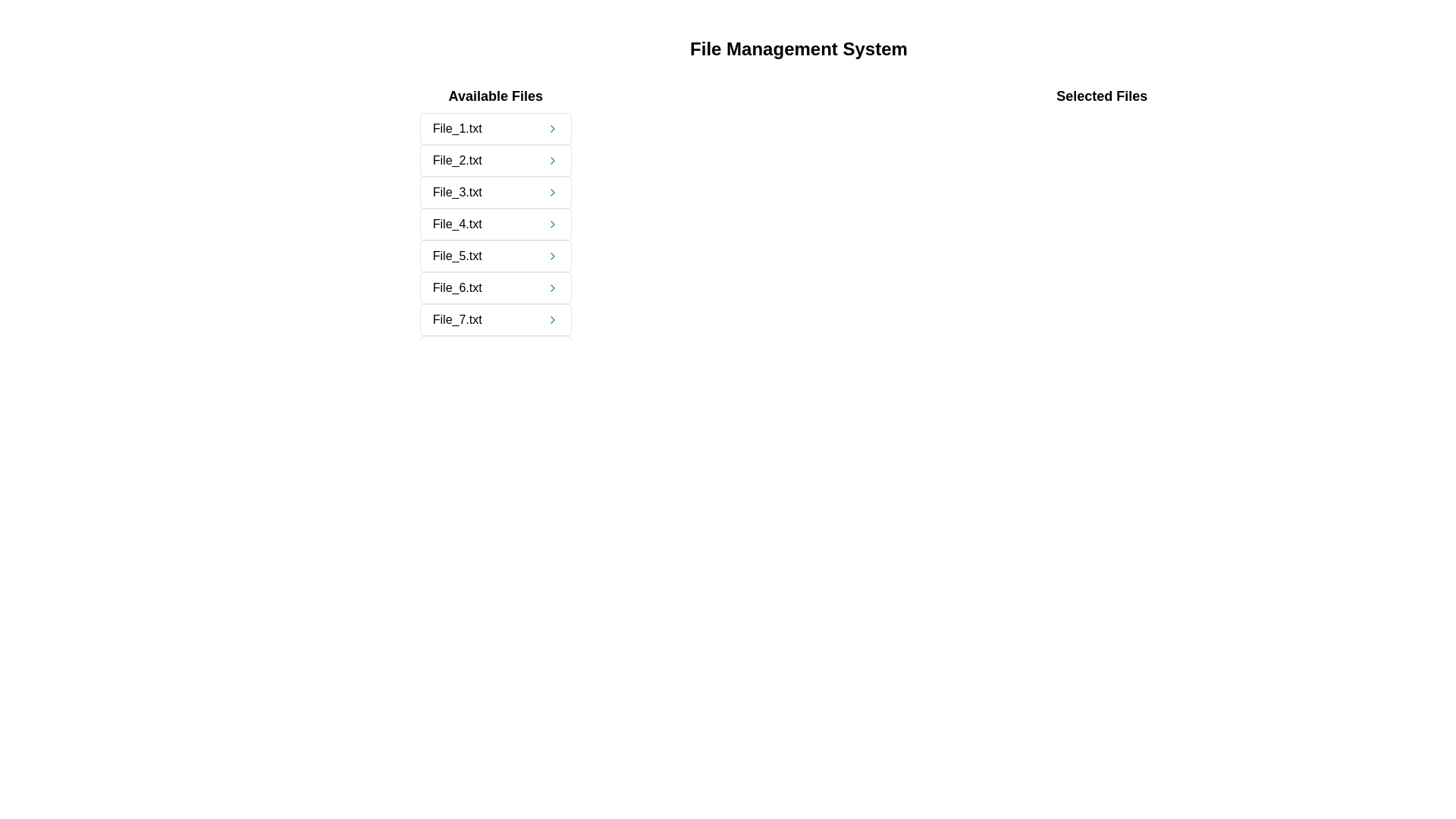 This screenshot has width=1456, height=819. Describe the element at coordinates (551, 318) in the screenshot. I see `the green chevron-shaped icon next to 'File_7.txt'` at that location.